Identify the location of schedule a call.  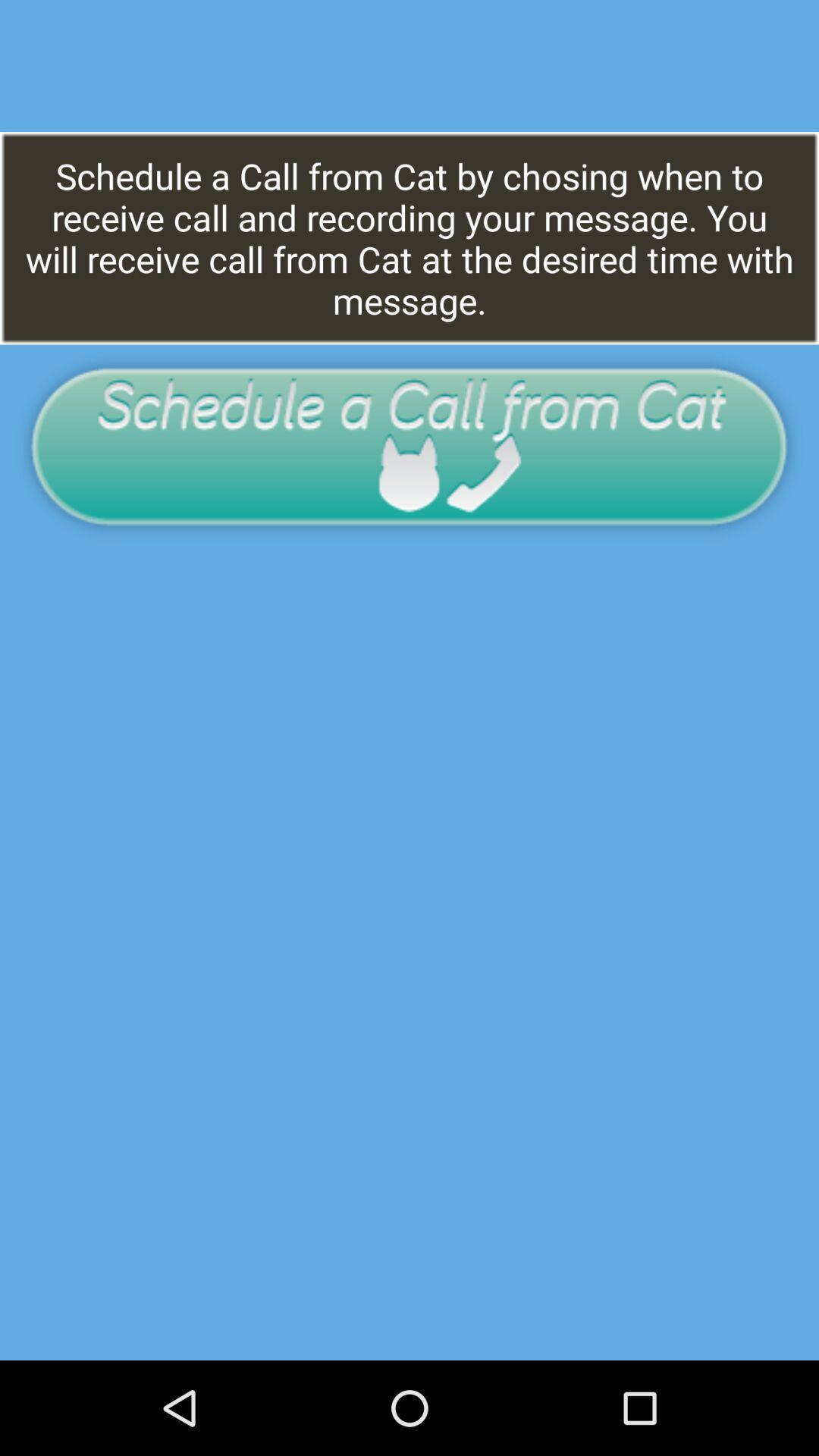
(408, 445).